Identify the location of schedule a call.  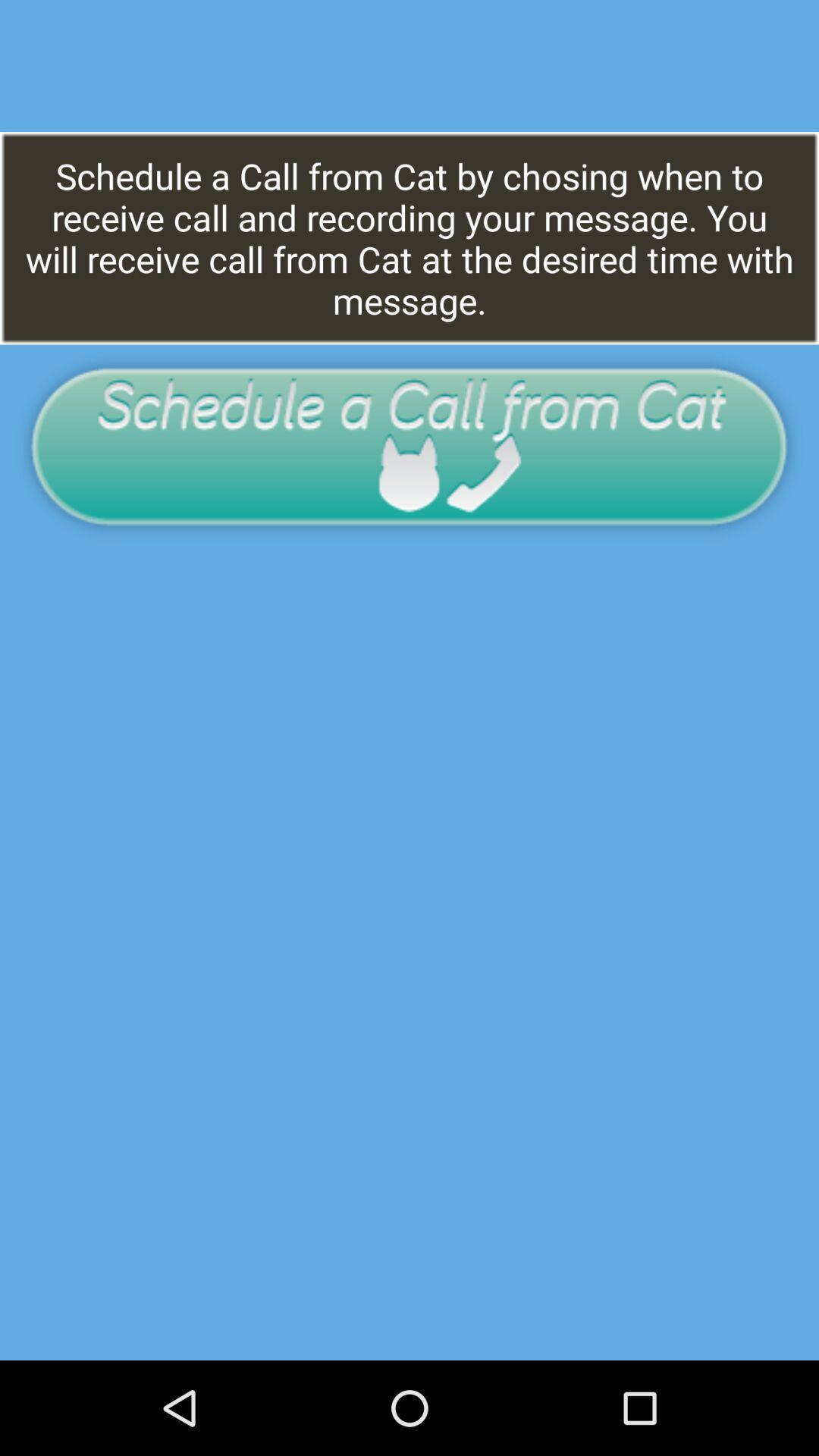
(408, 445).